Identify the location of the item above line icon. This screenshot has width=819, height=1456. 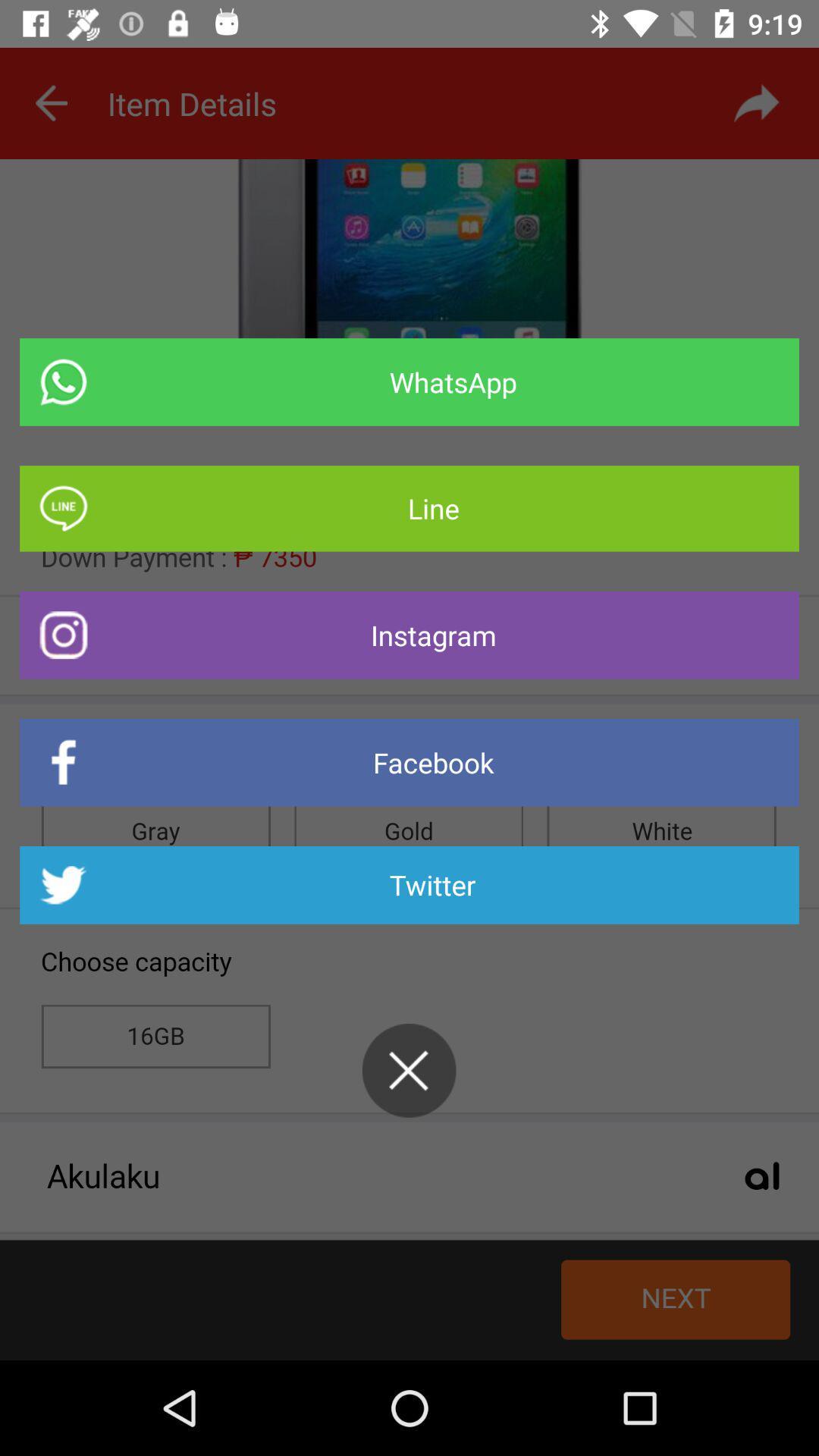
(409, 382).